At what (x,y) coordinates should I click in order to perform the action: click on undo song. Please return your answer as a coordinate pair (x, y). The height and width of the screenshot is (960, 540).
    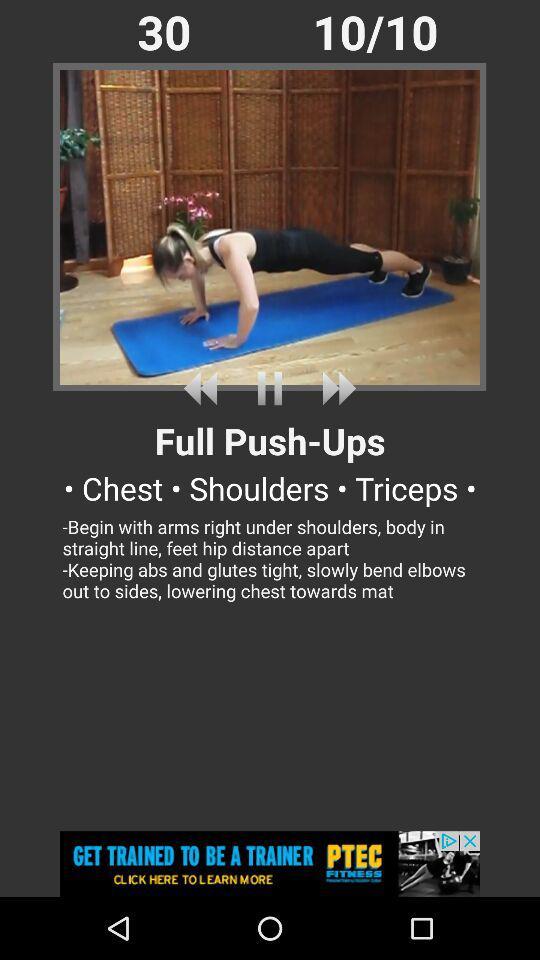
    Looking at the image, I should click on (203, 387).